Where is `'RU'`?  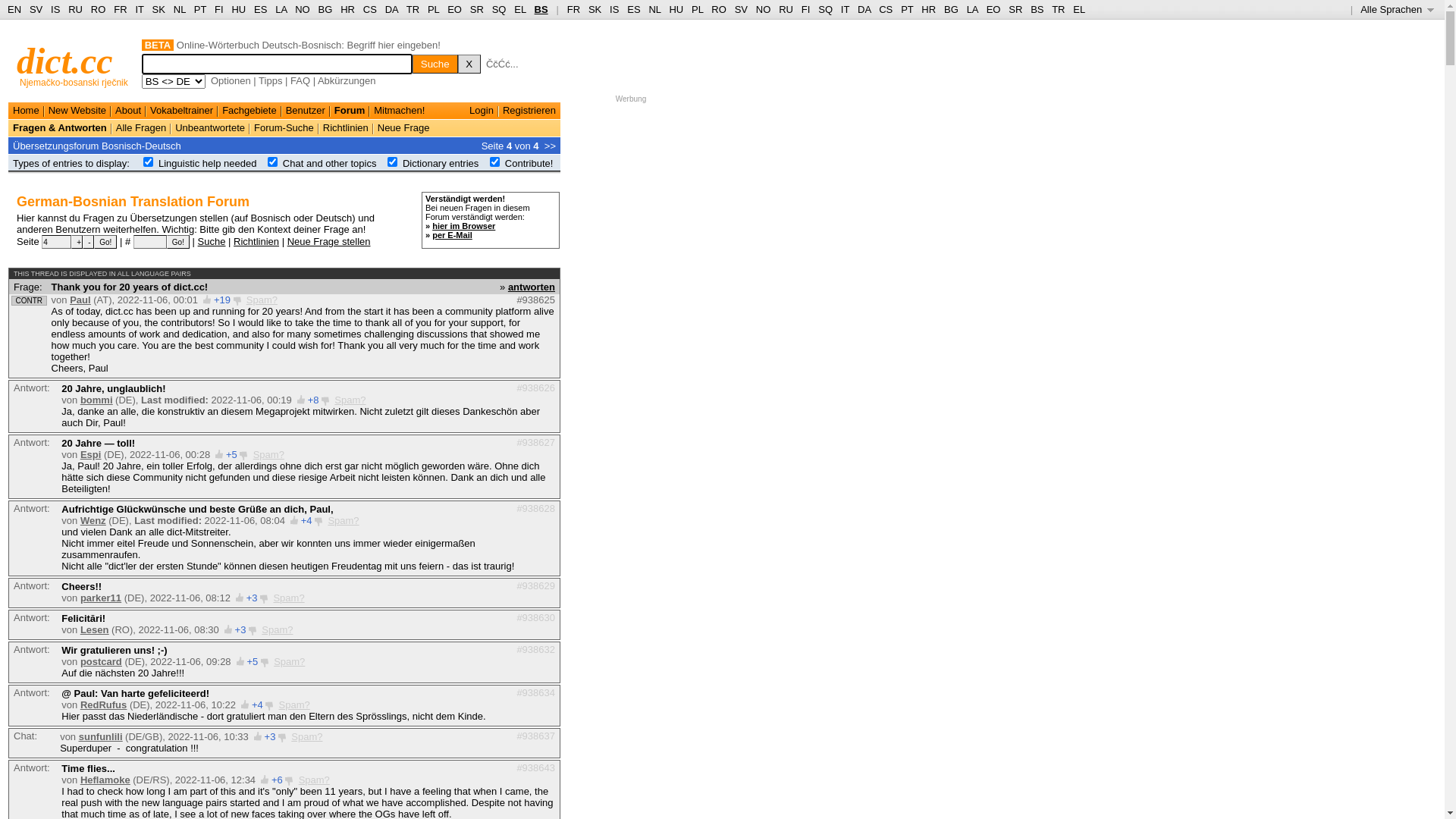
'RU' is located at coordinates (786, 9).